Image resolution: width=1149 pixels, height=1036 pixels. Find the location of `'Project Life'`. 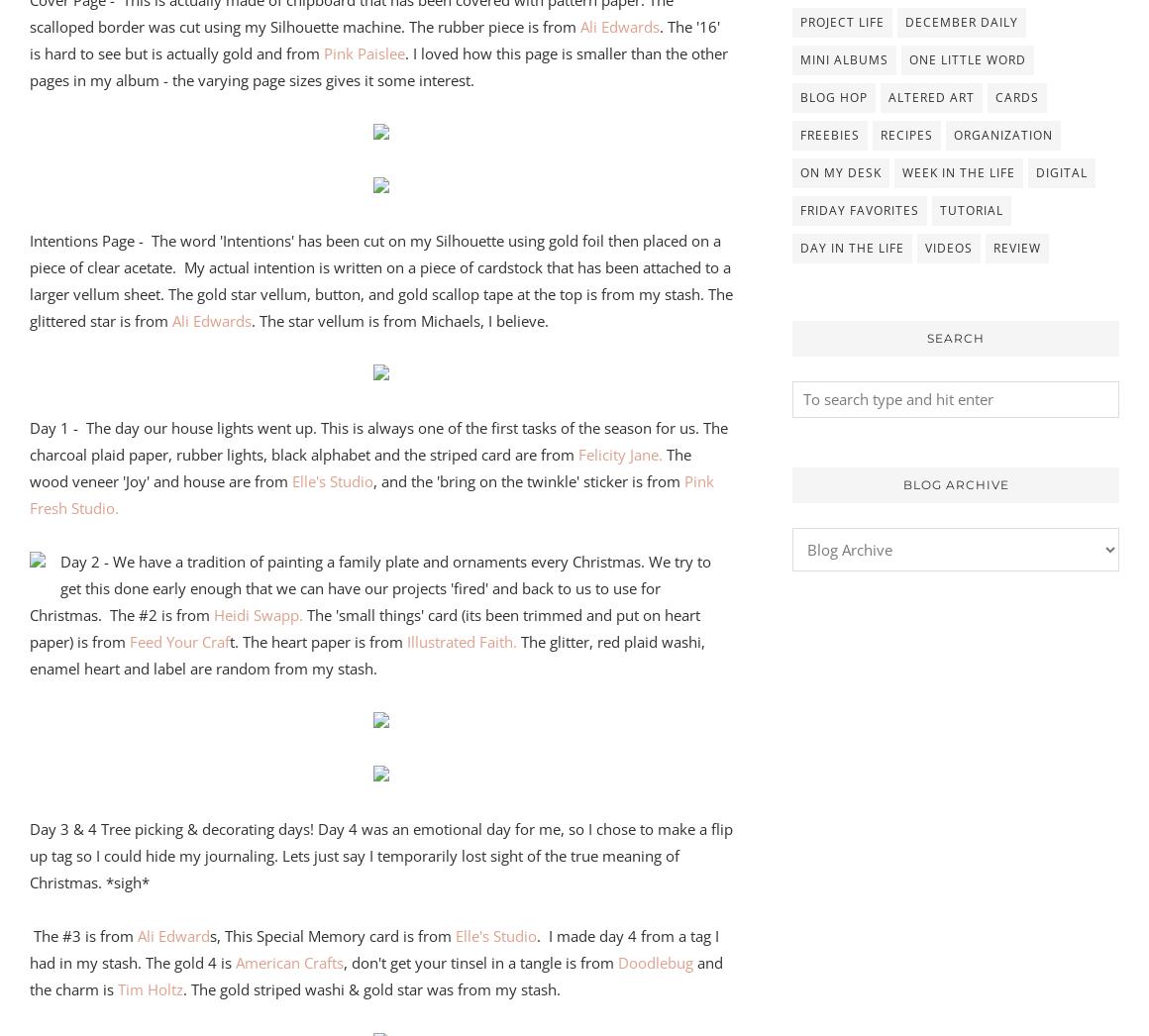

'Project Life' is located at coordinates (799, 20).